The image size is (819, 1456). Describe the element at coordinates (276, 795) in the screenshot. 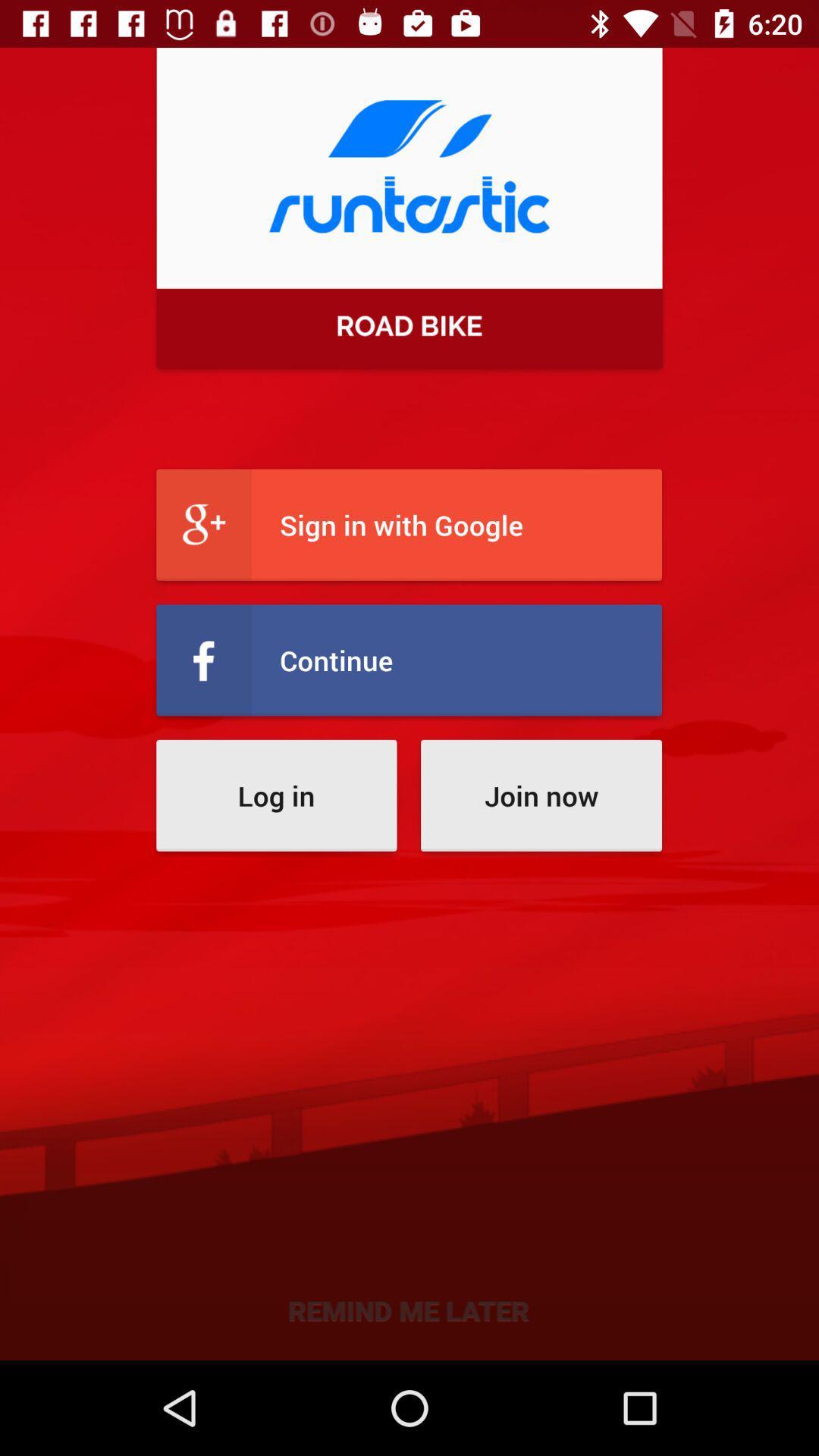

I see `log in item` at that location.